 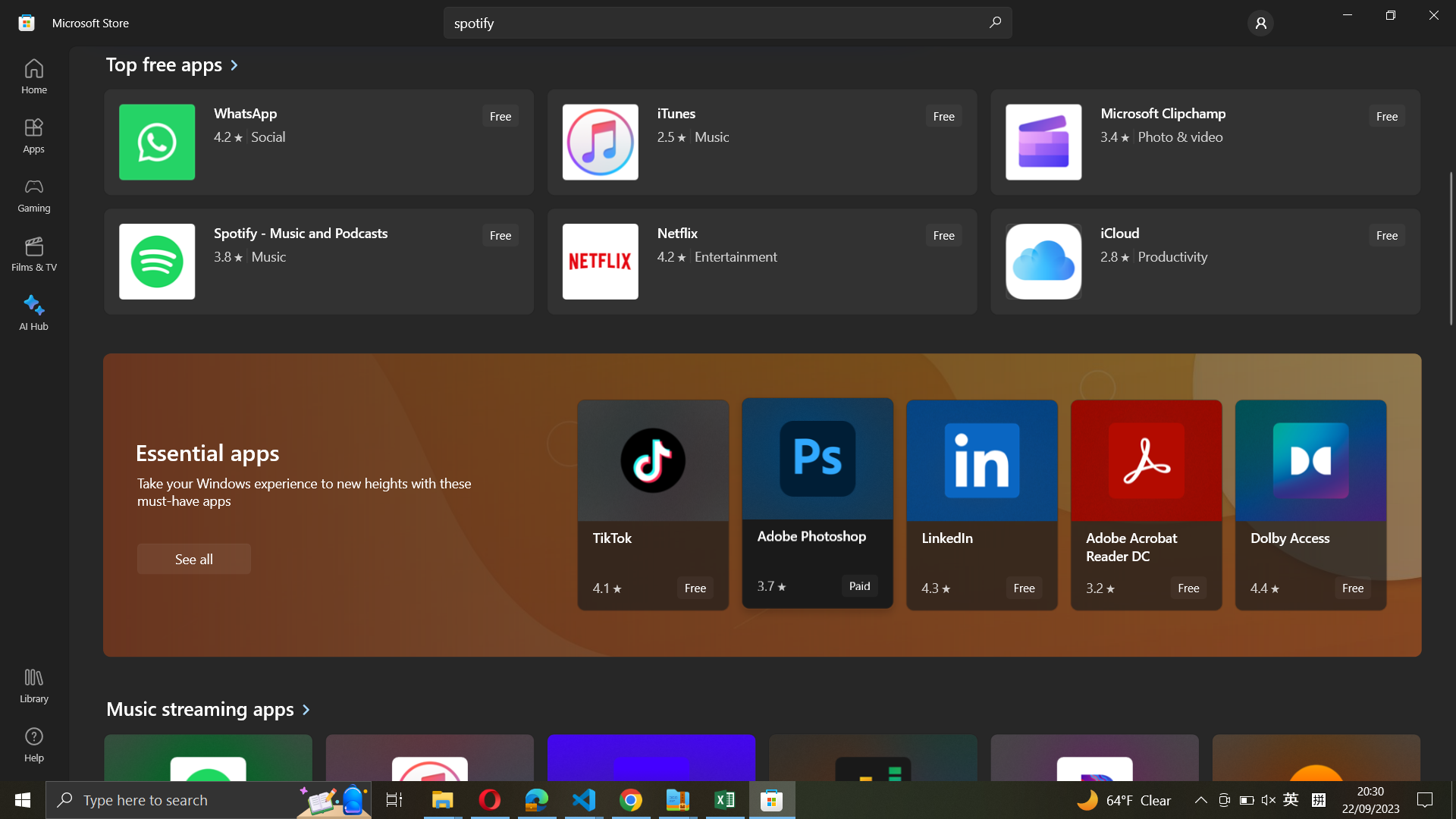 I want to click on Gaming Option, so click(x=35, y=195).